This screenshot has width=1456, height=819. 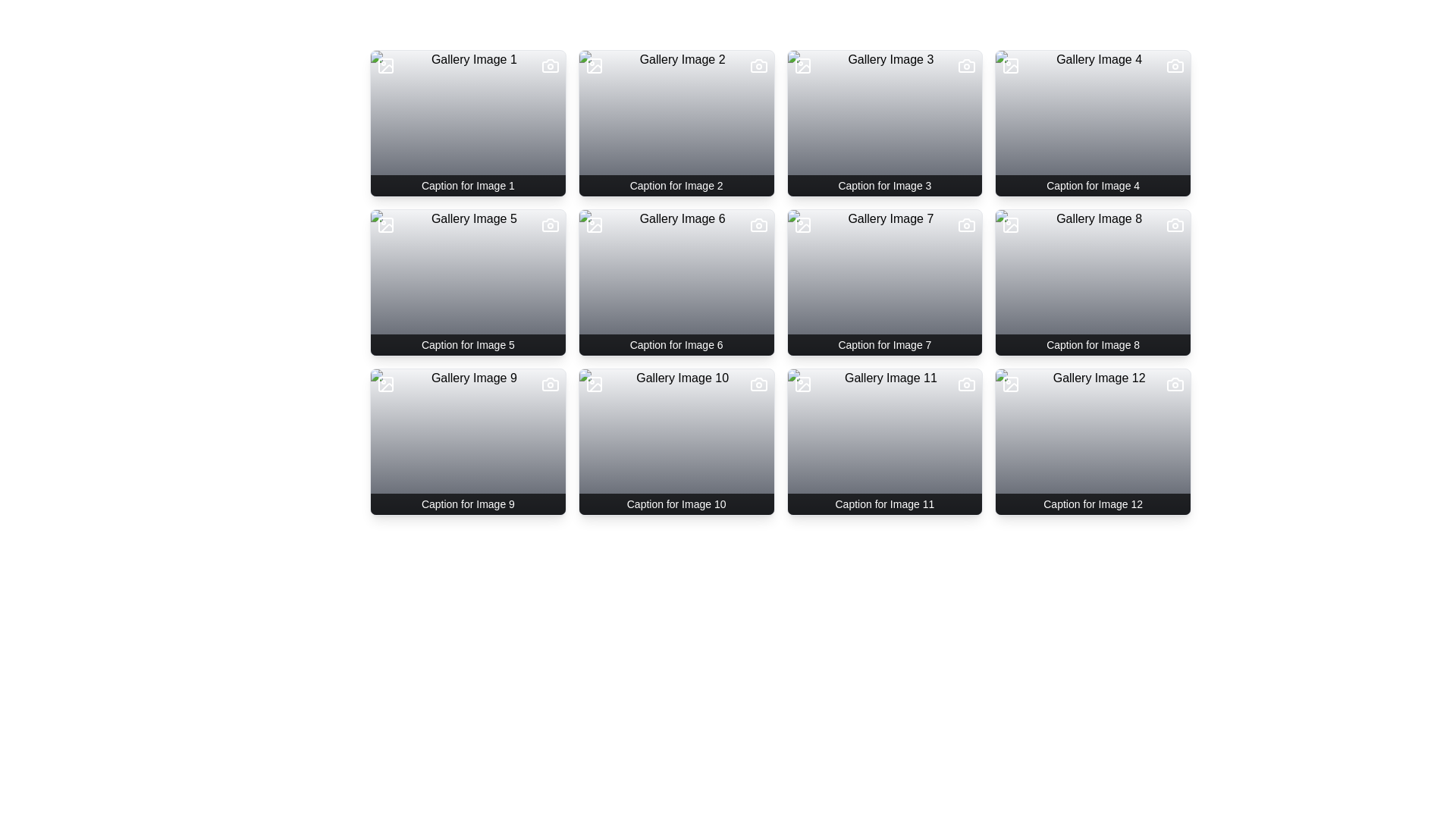 I want to click on caption text of the Text label located at the bottom of the sixth image card in a 4x3 grid layout, specifically in the second row and second column, so click(x=676, y=345).